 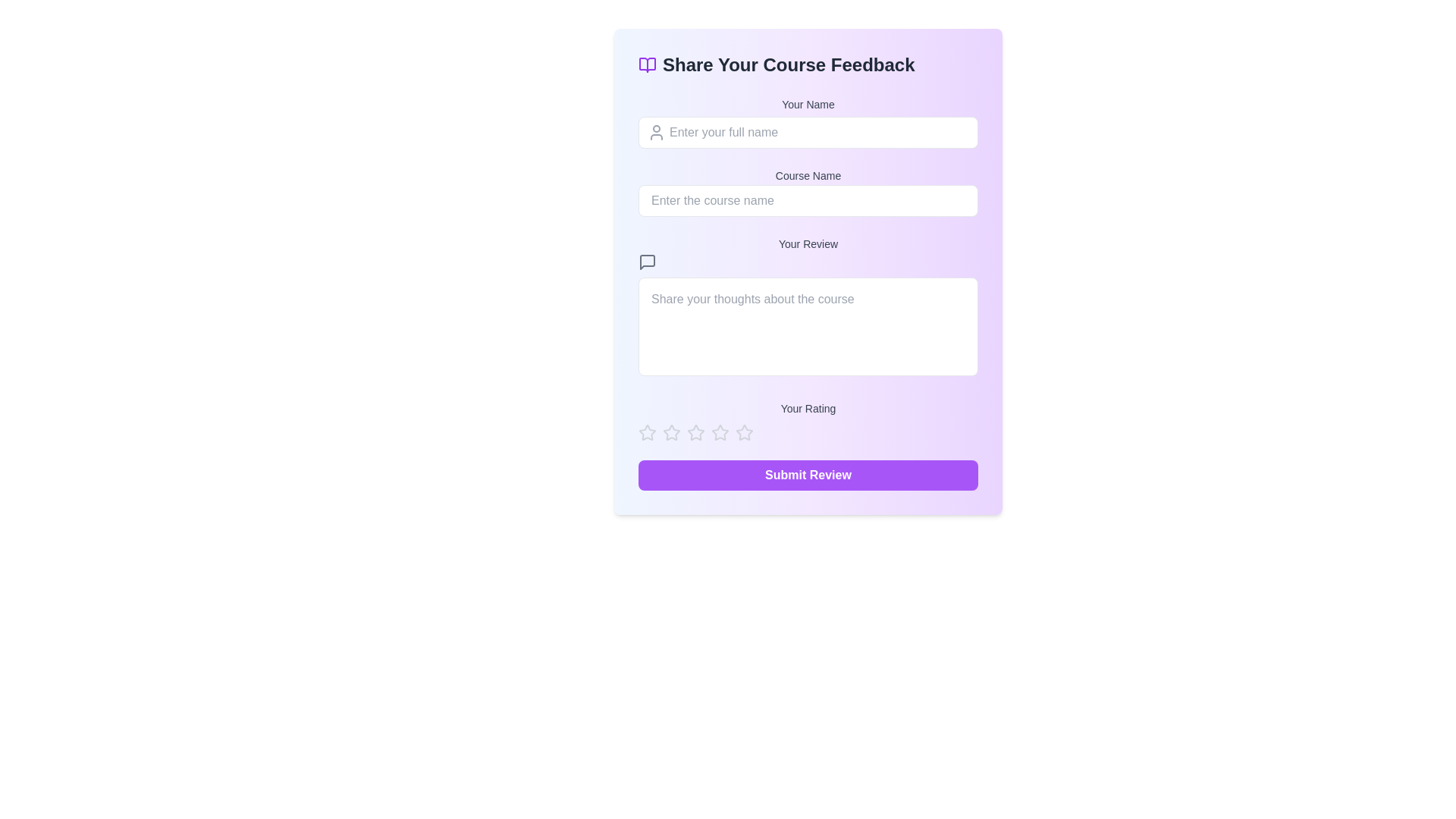 I want to click on the third star icon in the rating system under the 'Your Rating' label to rate it as three stars, so click(x=720, y=432).